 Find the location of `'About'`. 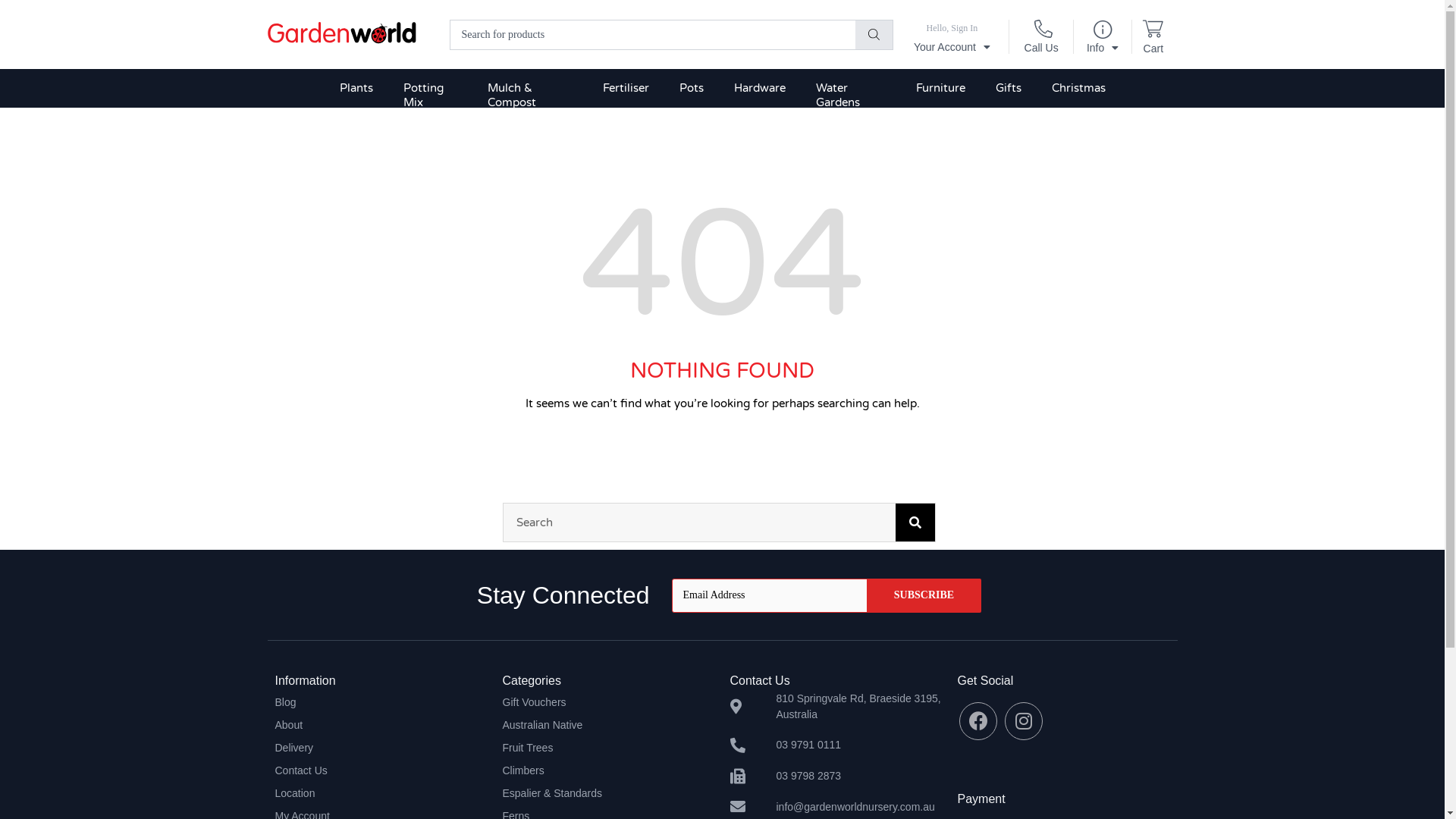

'About' is located at coordinates (274, 724).